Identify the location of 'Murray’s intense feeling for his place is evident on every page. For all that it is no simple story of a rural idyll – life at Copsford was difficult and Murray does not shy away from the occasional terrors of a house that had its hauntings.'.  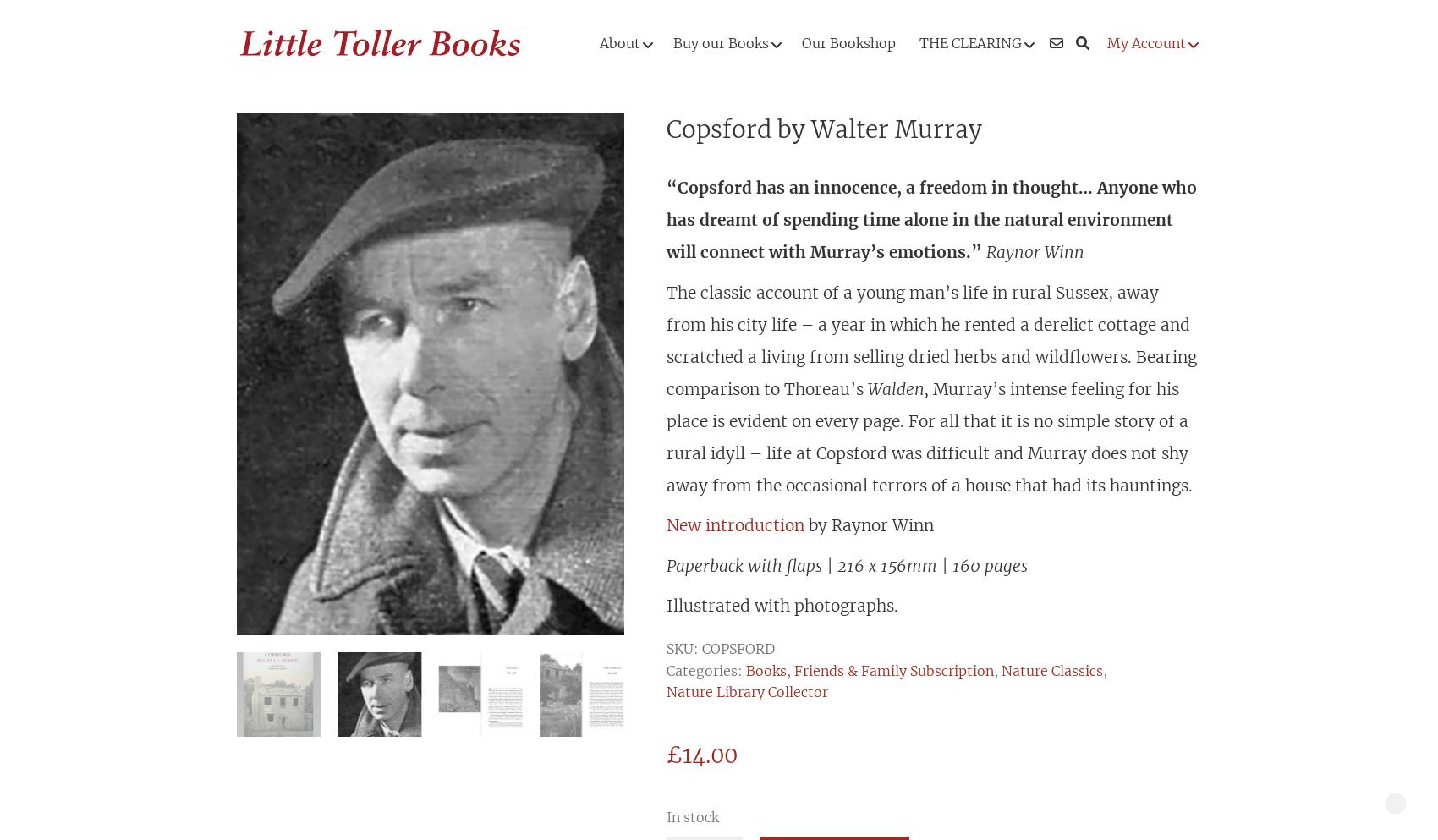
(929, 436).